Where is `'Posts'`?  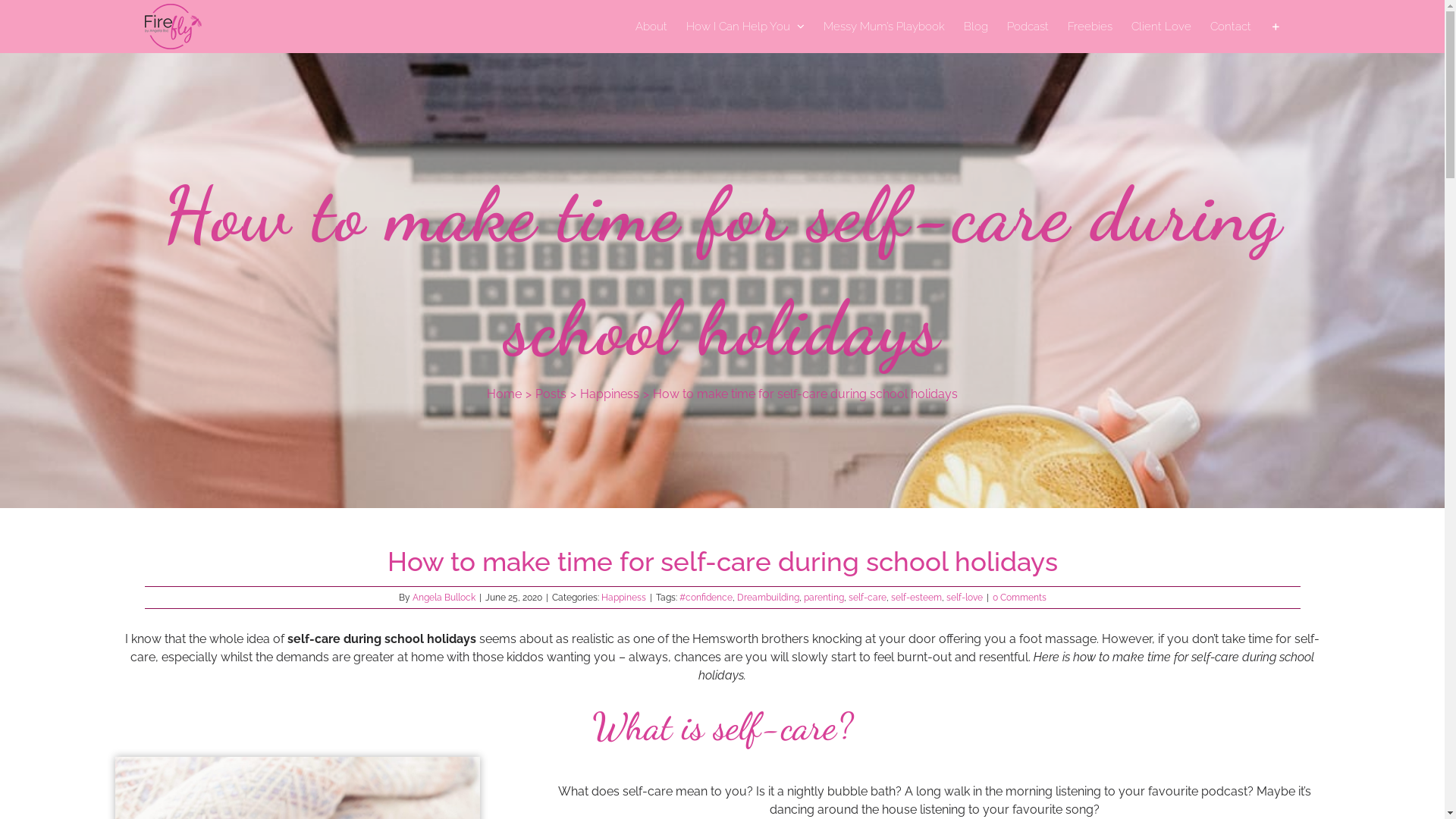
'Posts' is located at coordinates (550, 393).